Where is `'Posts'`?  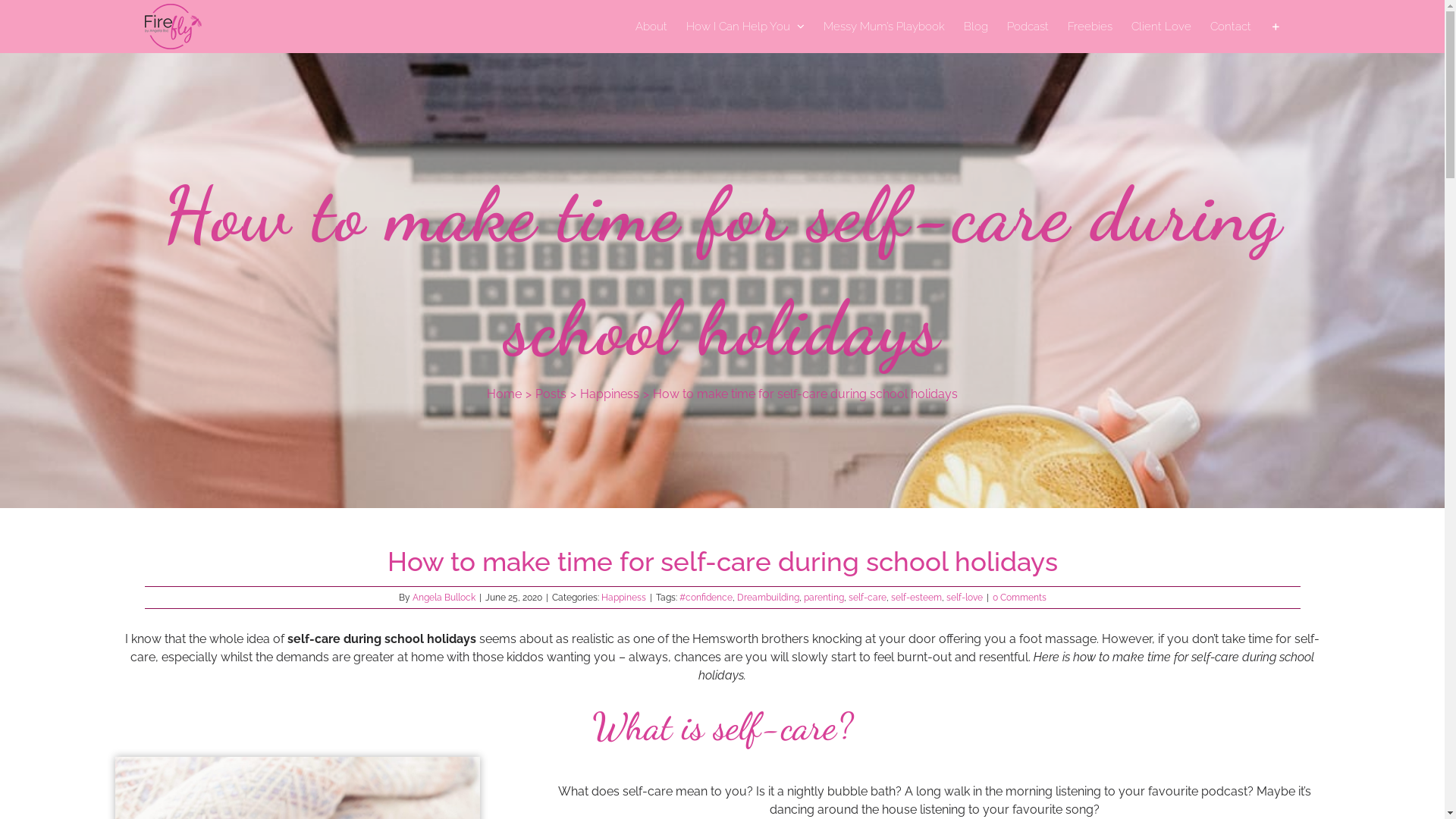
'Posts' is located at coordinates (550, 393).